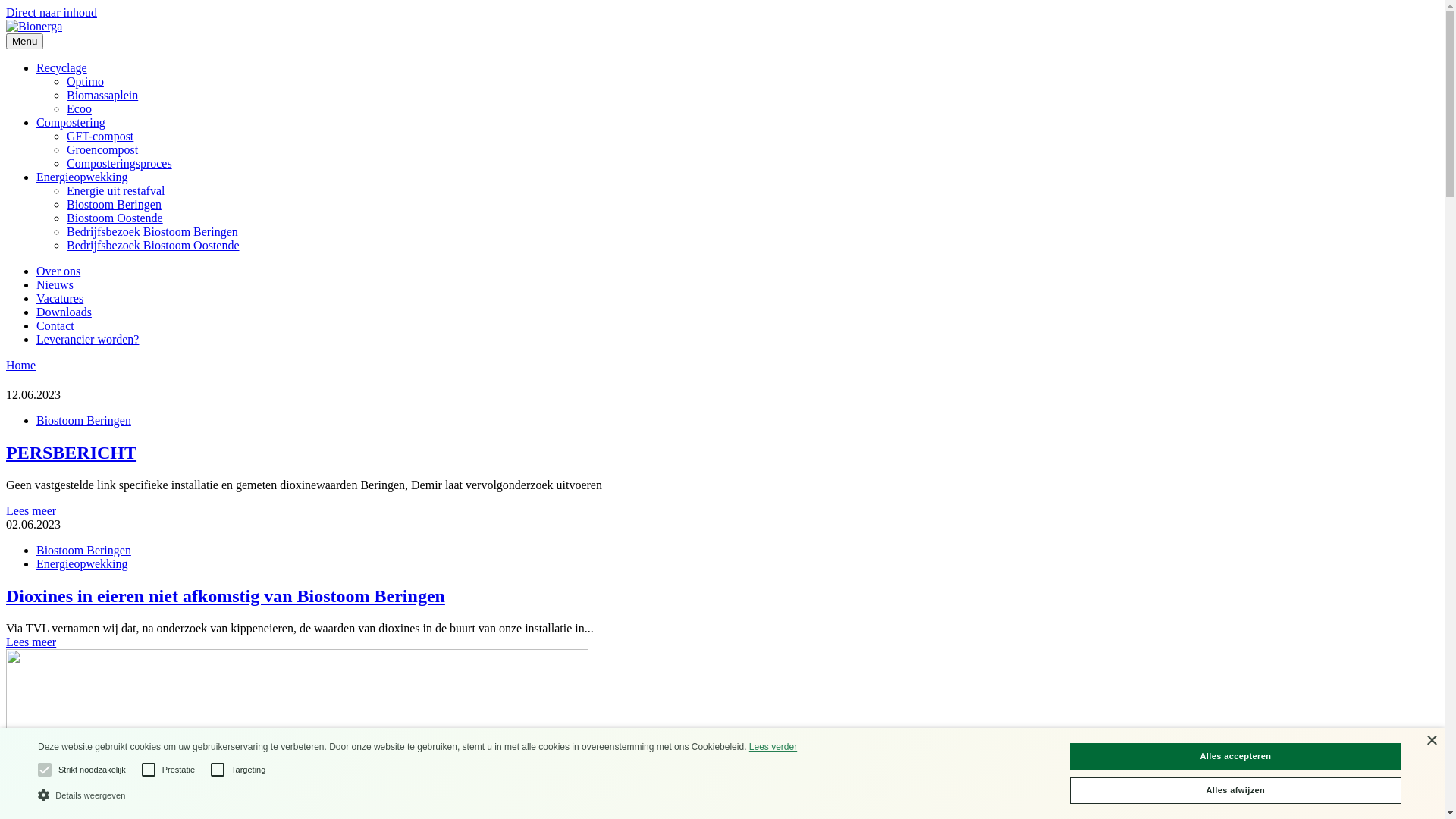 This screenshot has width=1456, height=819. I want to click on 'Biomassaplein', so click(101, 95).